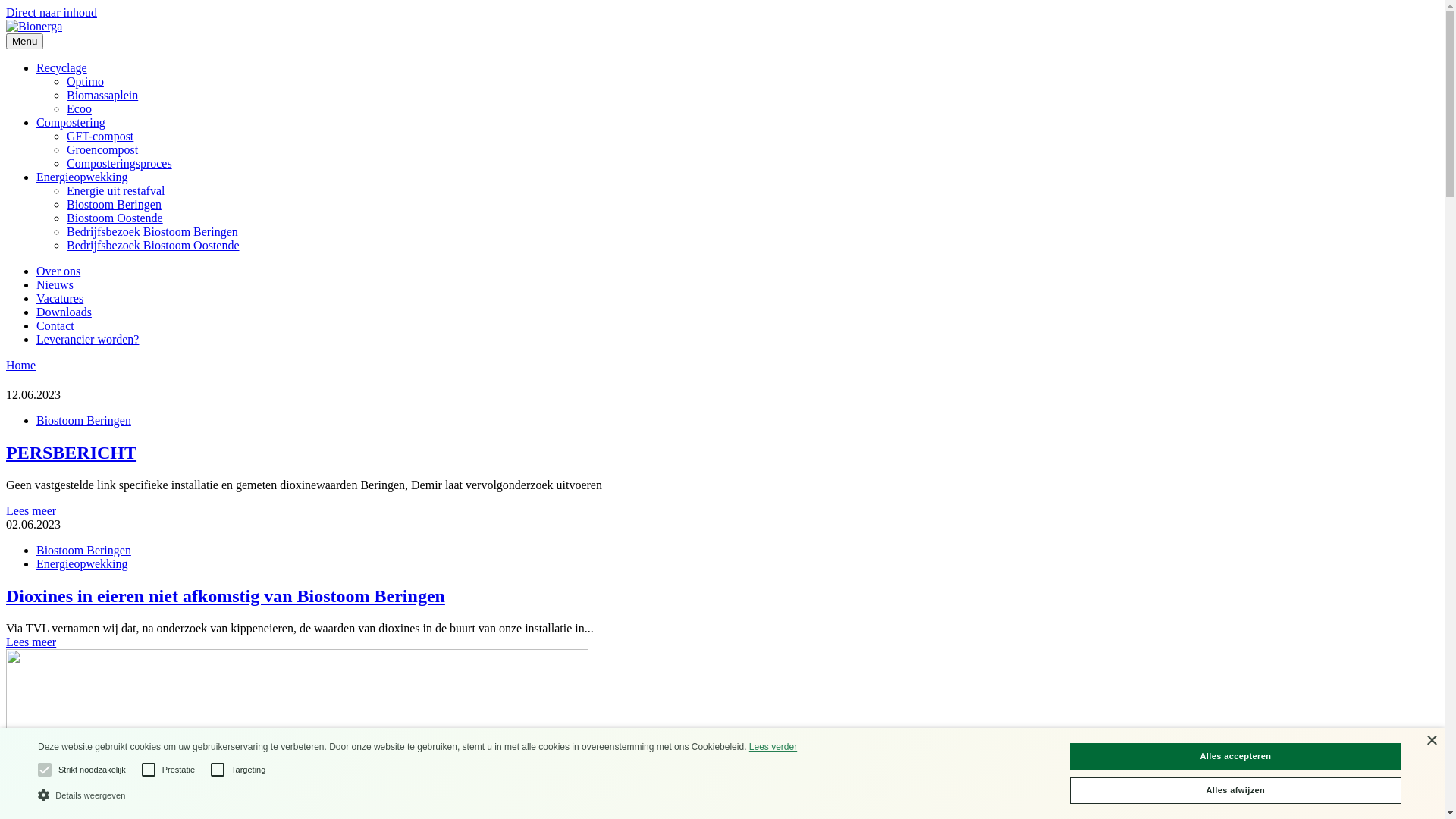 This screenshot has width=1456, height=819. I want to click on 'Biomassaplein', so click(101, 95).